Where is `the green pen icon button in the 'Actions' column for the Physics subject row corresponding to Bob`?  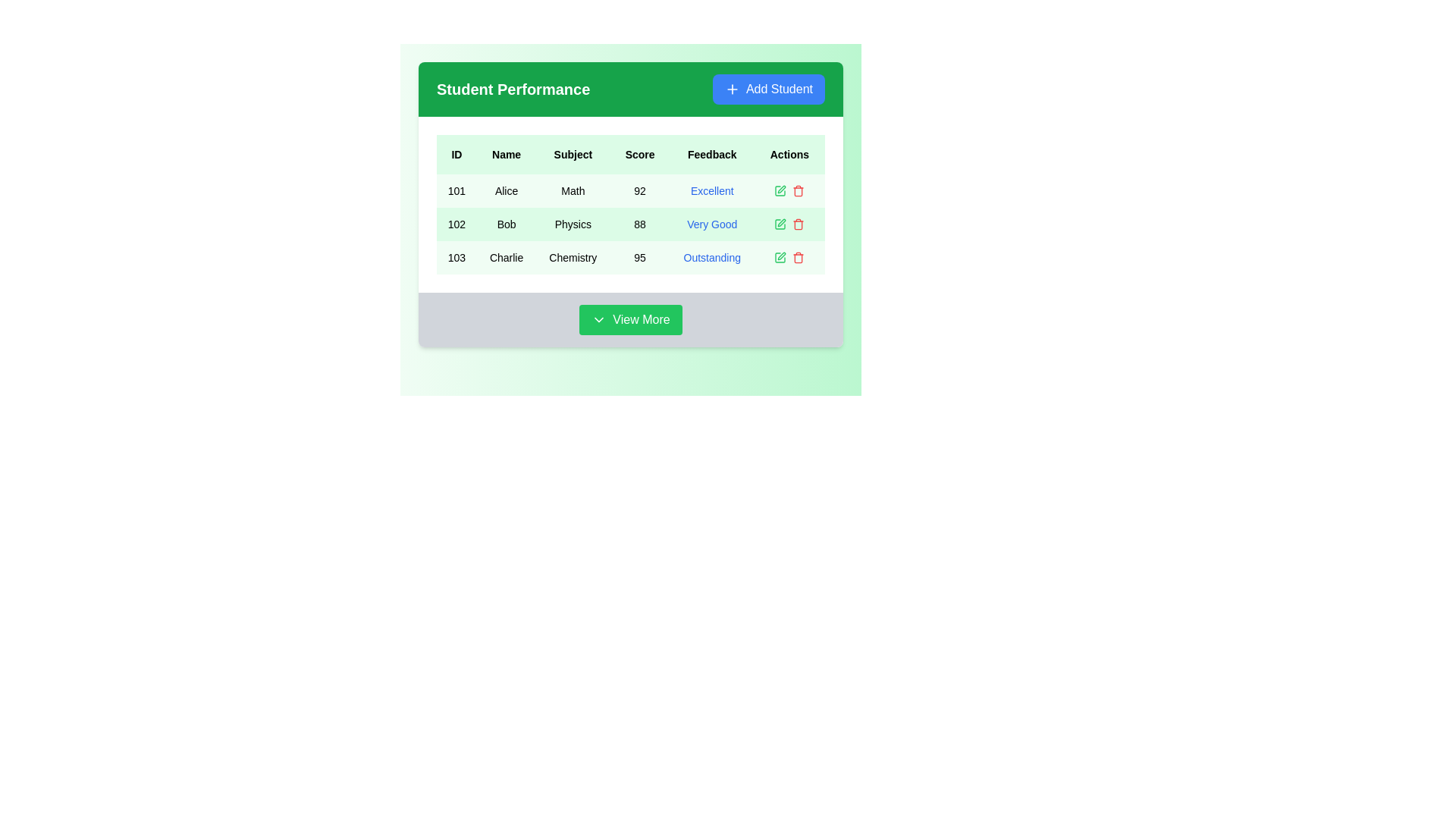 the green pen icon button in the 'Actions' column for the Physics subject row corresponding to Bob is located at coordinates (780, 190).